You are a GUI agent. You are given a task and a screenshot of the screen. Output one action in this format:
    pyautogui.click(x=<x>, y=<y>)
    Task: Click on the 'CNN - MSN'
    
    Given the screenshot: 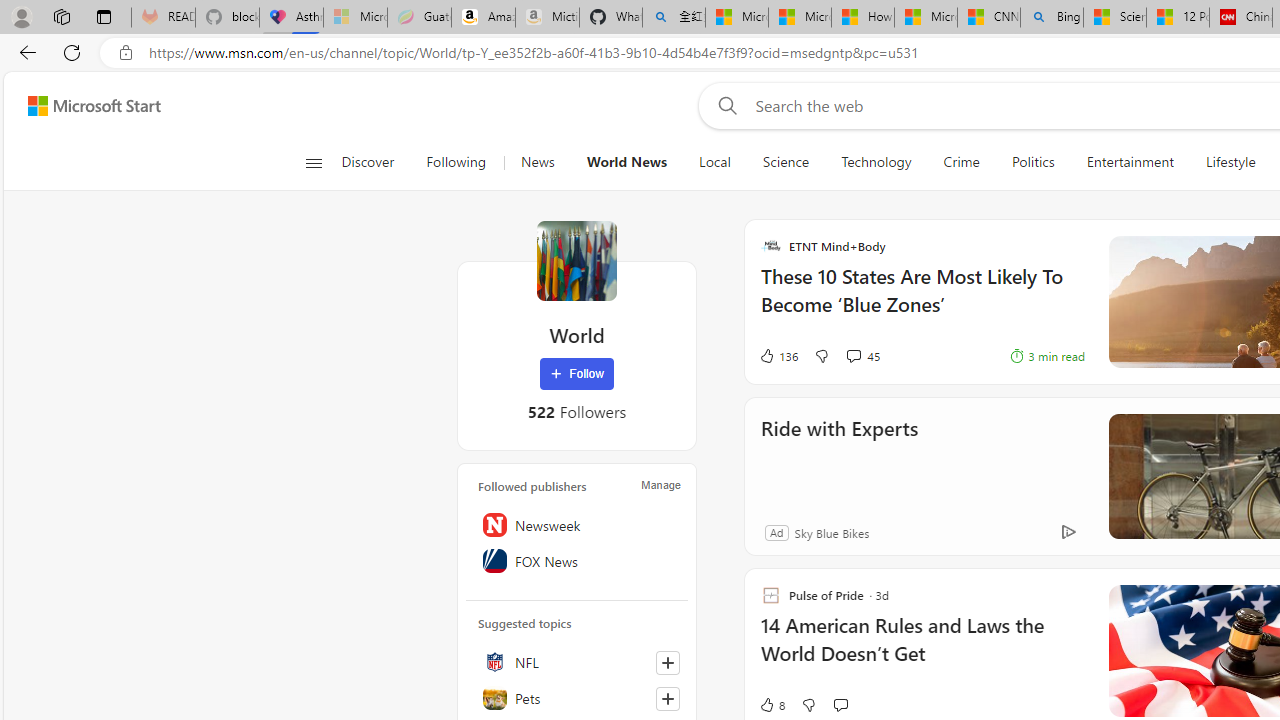 What is the action you would take?
    pyautogui.click(x=988, y=17)
    